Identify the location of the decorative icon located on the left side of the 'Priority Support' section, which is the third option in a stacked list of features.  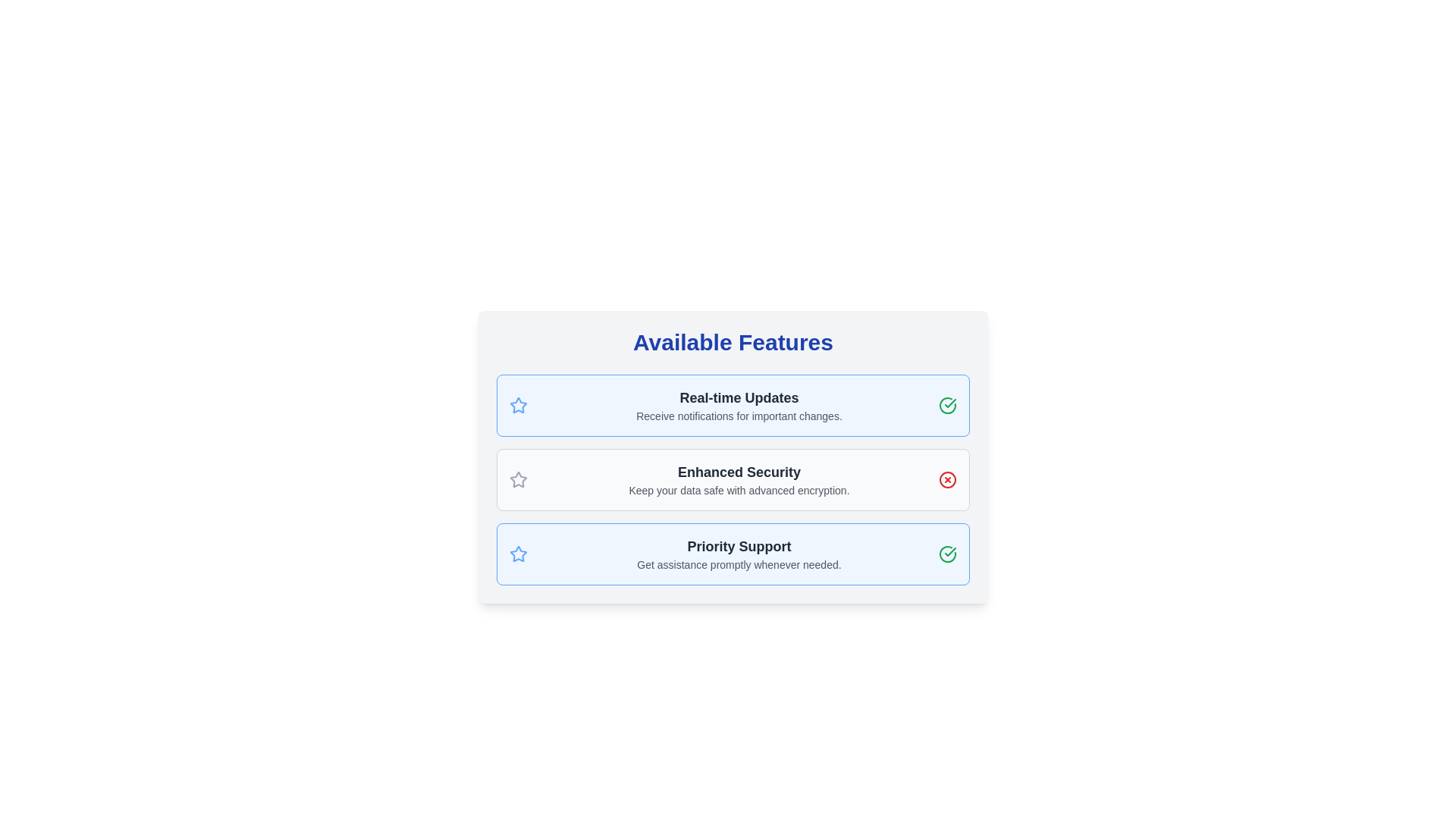
(519, 554).